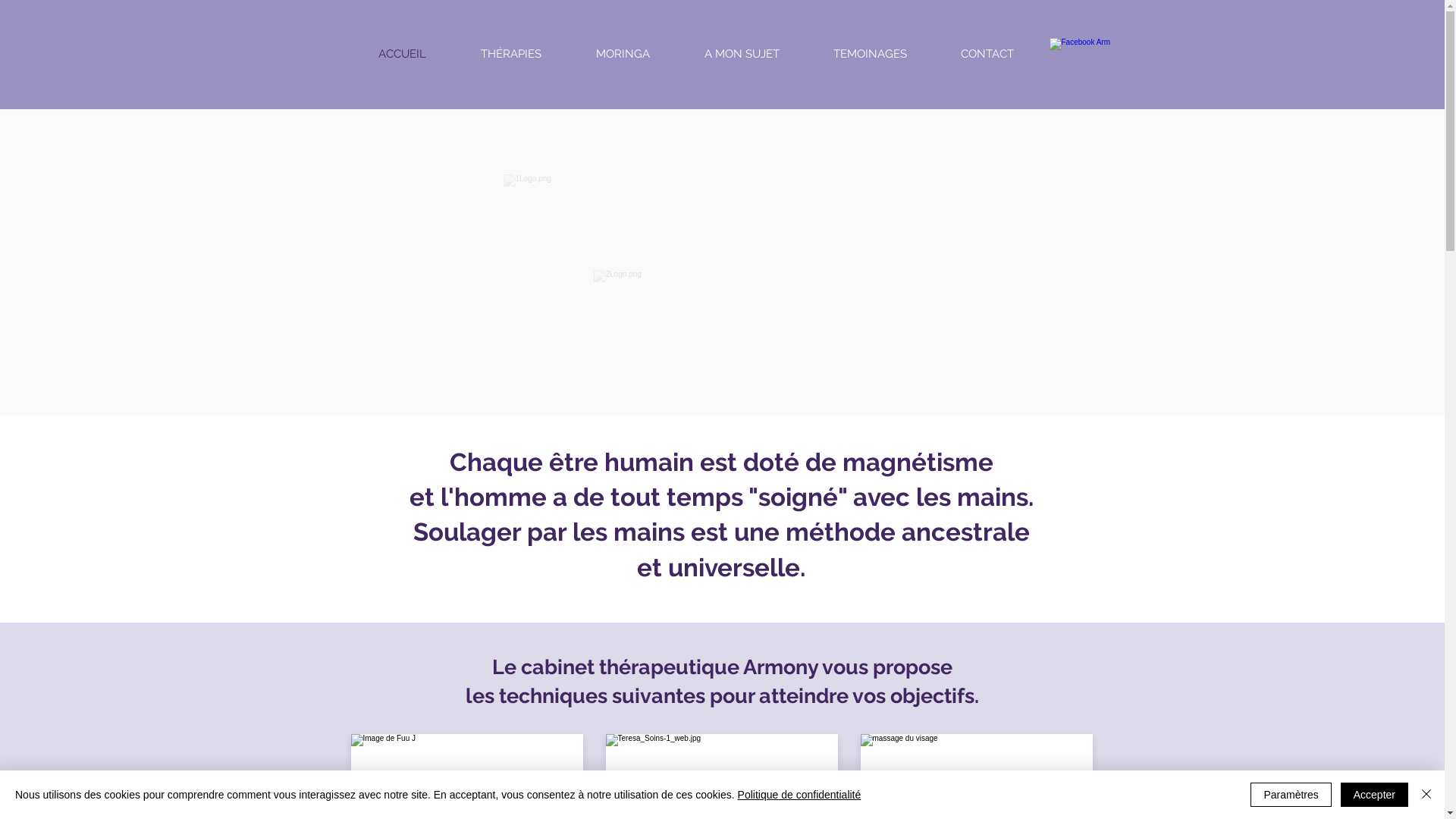 This screenshot has width=1456, height=819. I want to click on 'MORINGA', so click(623, 52).